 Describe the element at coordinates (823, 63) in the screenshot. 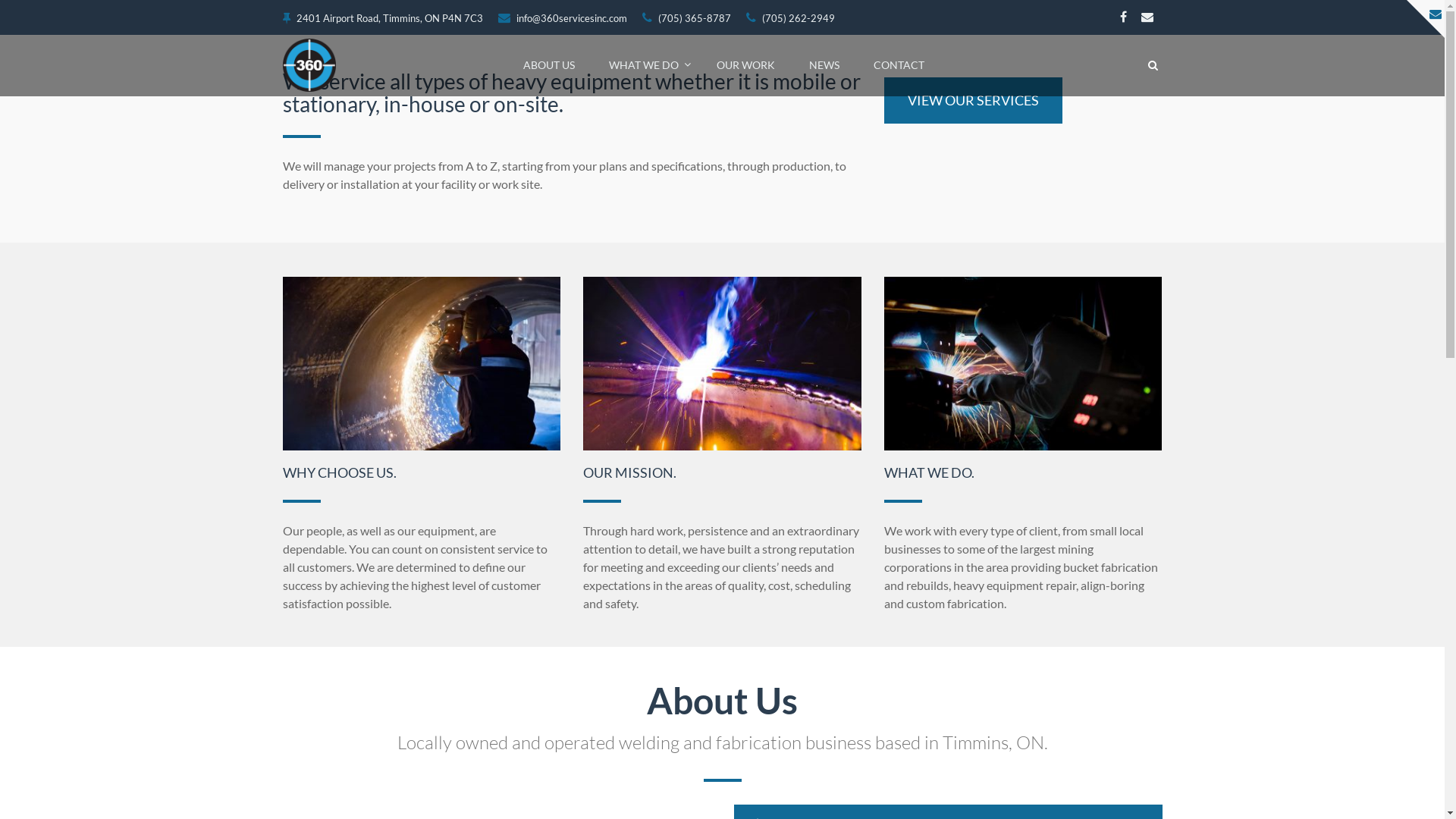

I see `'NEWS'` at that location.